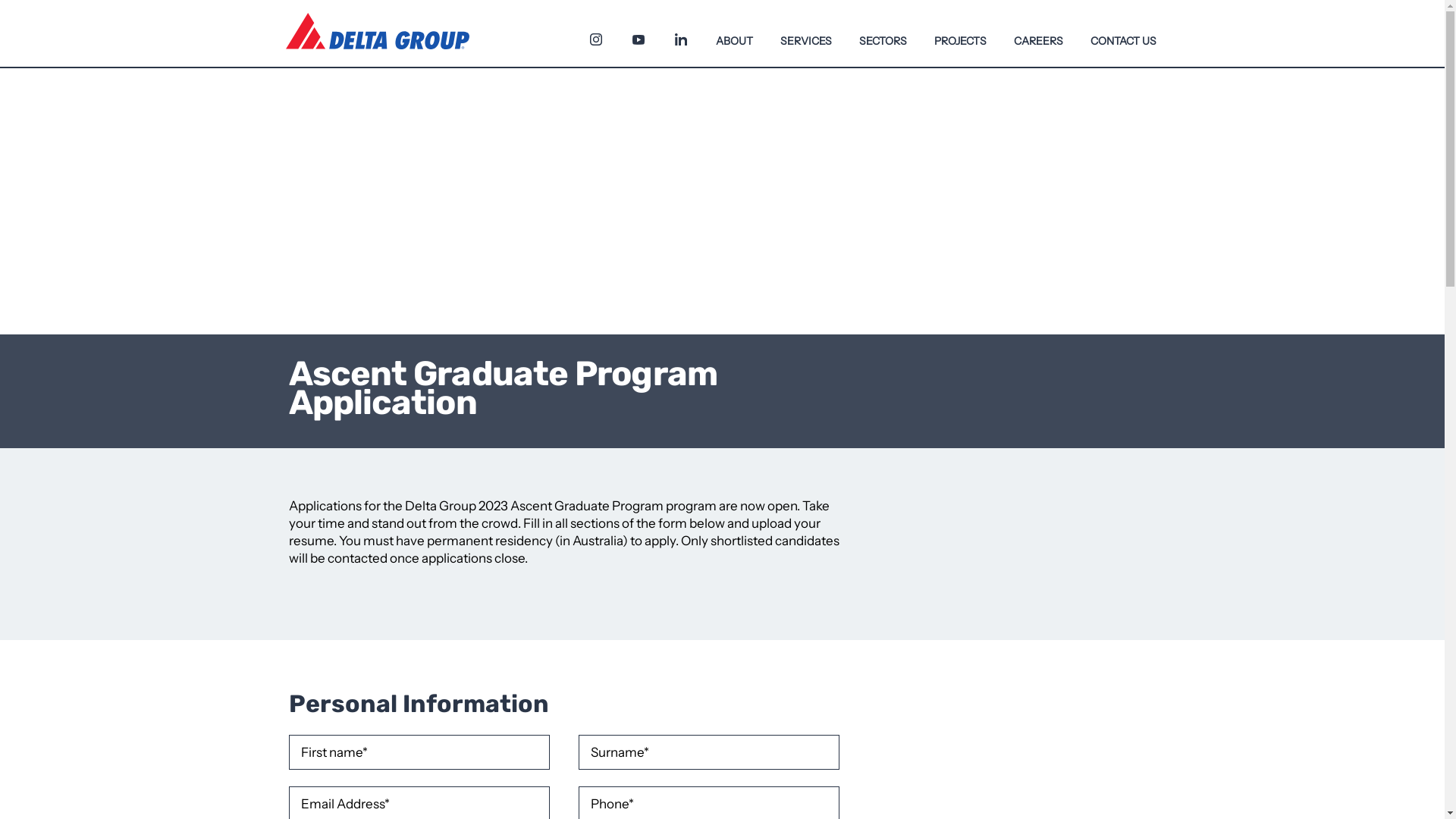 The image size is (1456, 819). What do you see at coordinates (843, 33) in the screenshot?
I see `'SECTORS'` at bounding box center [843, 33].